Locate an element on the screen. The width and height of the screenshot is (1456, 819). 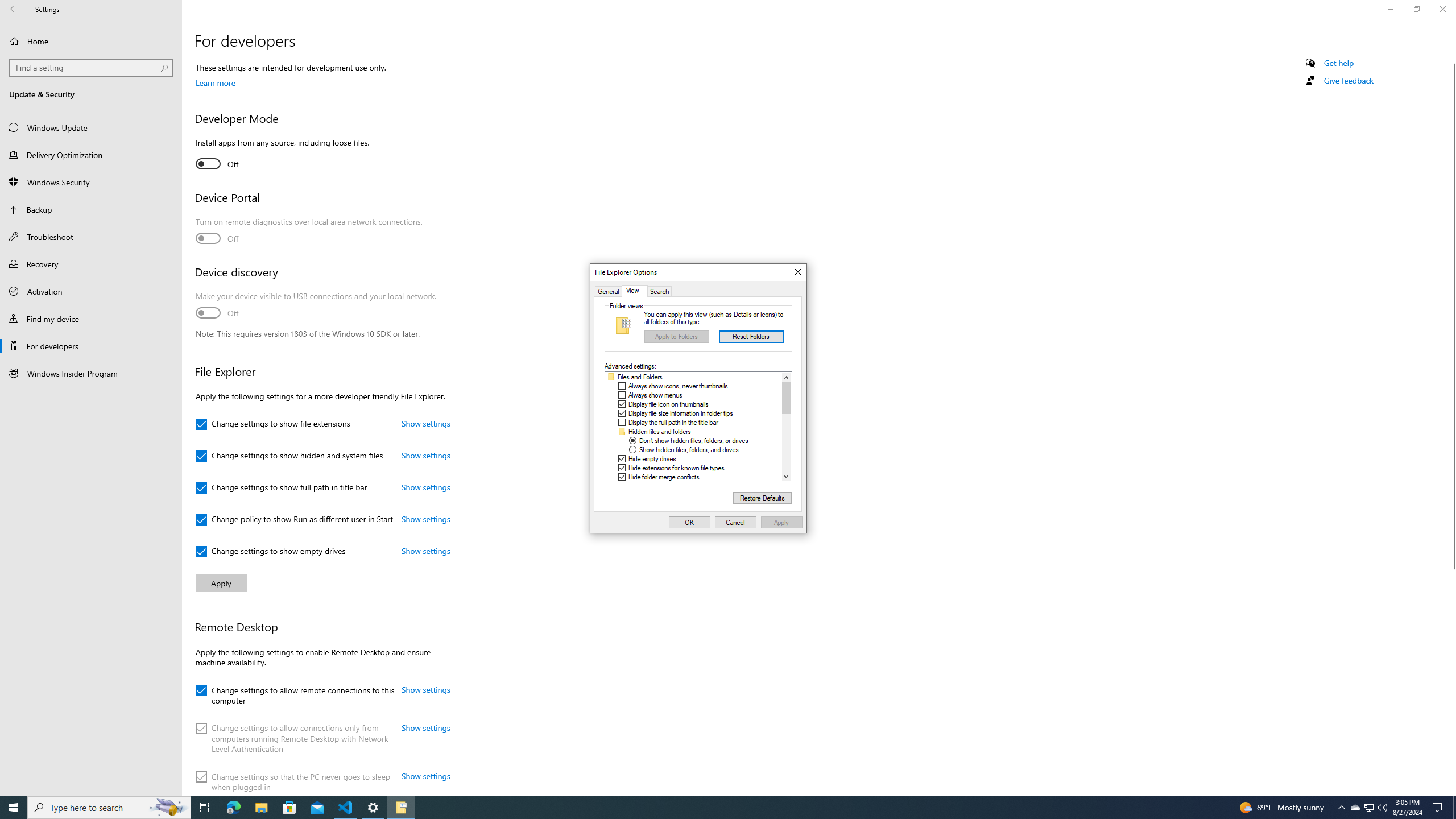
'Always show icons, never thumbnails' is located at coordinates (677, 385).